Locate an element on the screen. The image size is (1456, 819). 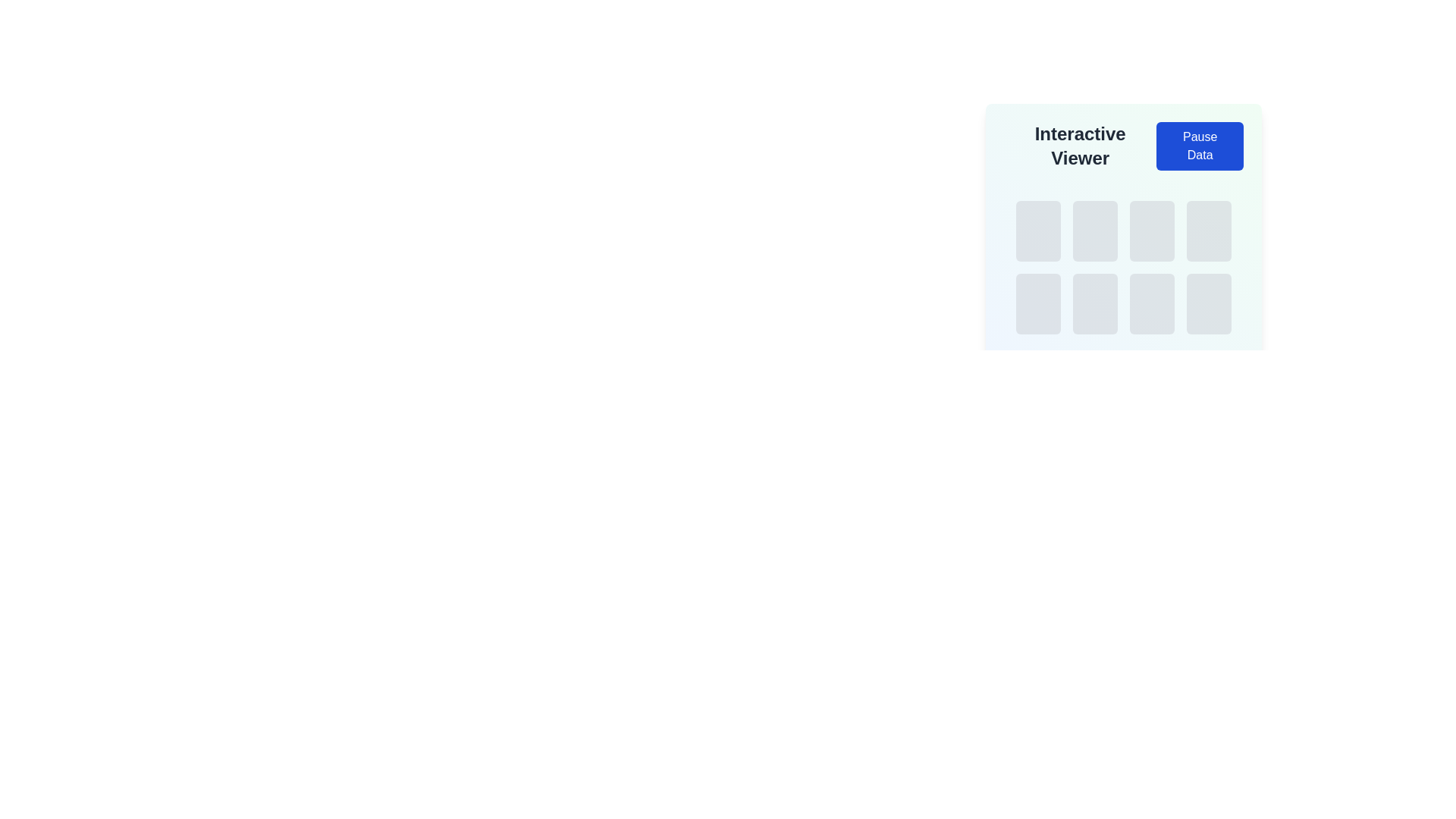
the Skeleton placeholder, which is a light gray rectangular element with rounded corners, positioned as the third item in the first row of a 4-column grid below the title 'Interactive Viewer' is located at coordinates (1152, 231).